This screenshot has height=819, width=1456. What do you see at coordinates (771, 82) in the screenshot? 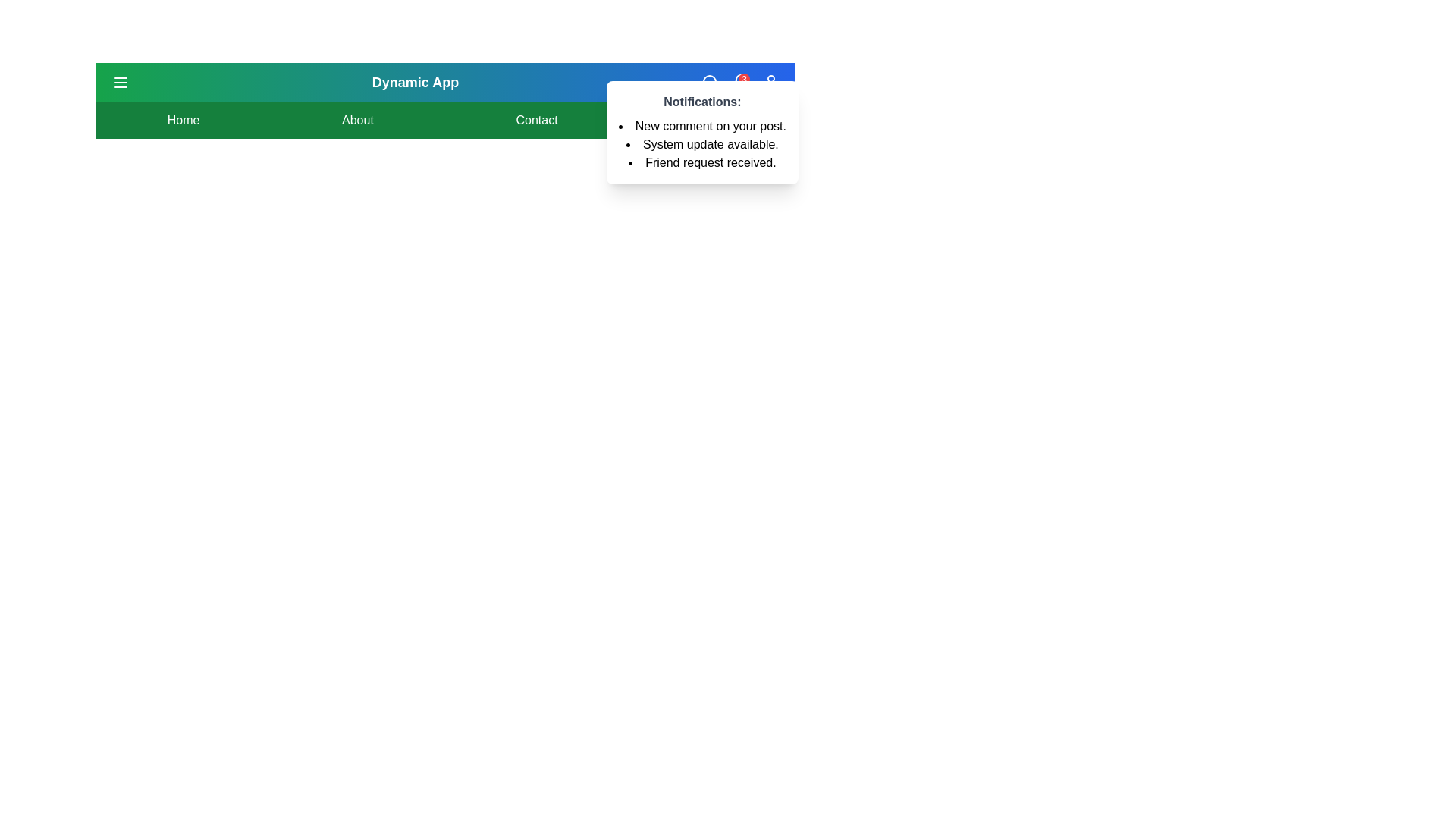
I see `the user icon to trigger a profile-related action` at bounding box center [771, 82].